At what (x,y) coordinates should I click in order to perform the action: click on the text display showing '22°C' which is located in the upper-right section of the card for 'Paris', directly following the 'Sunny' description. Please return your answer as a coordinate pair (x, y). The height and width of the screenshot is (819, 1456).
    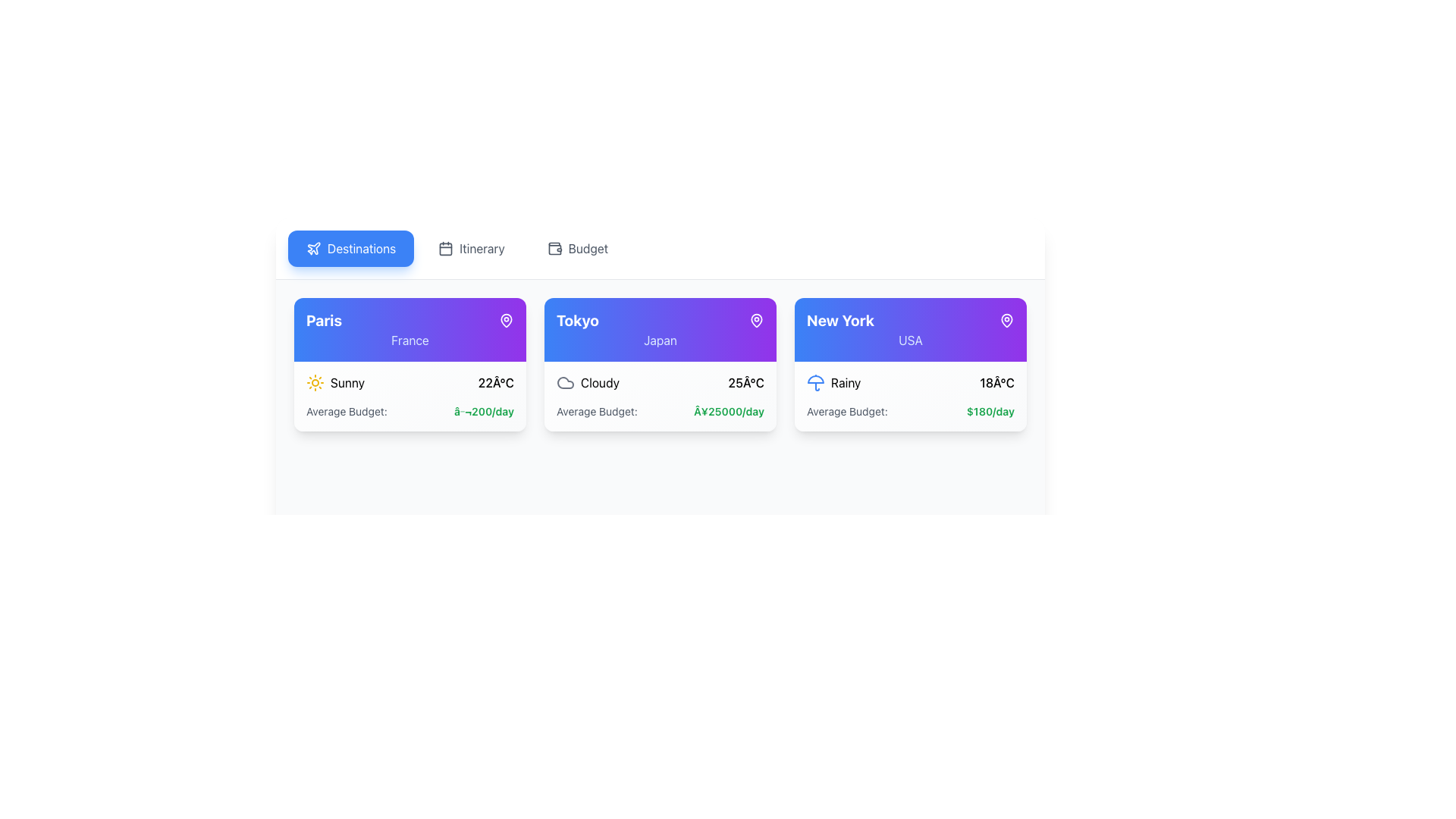
    Looking at the image, I should click on (496, 382).